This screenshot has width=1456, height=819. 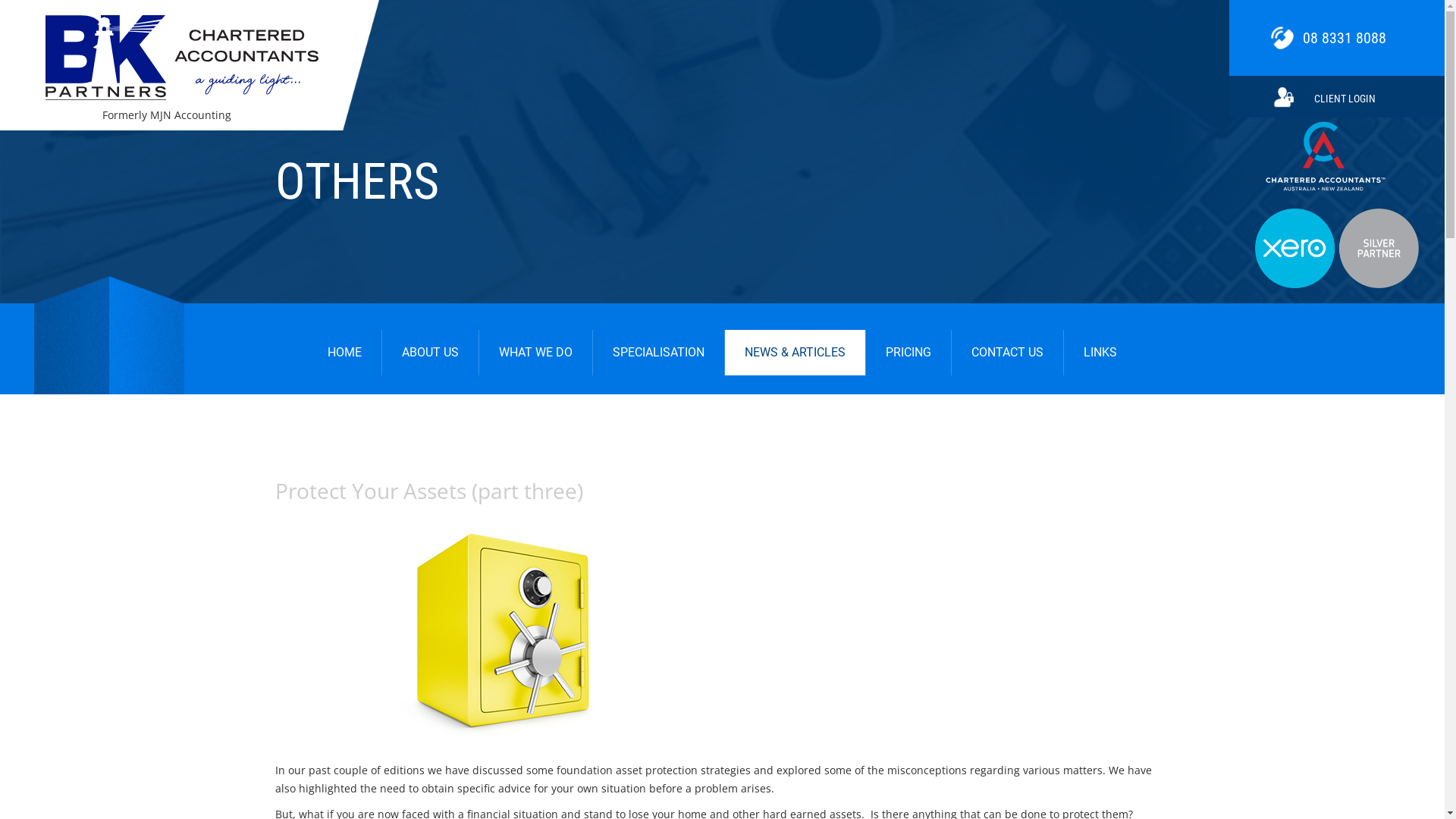 I want to click on 'HOME', so click(x=307, y=353).